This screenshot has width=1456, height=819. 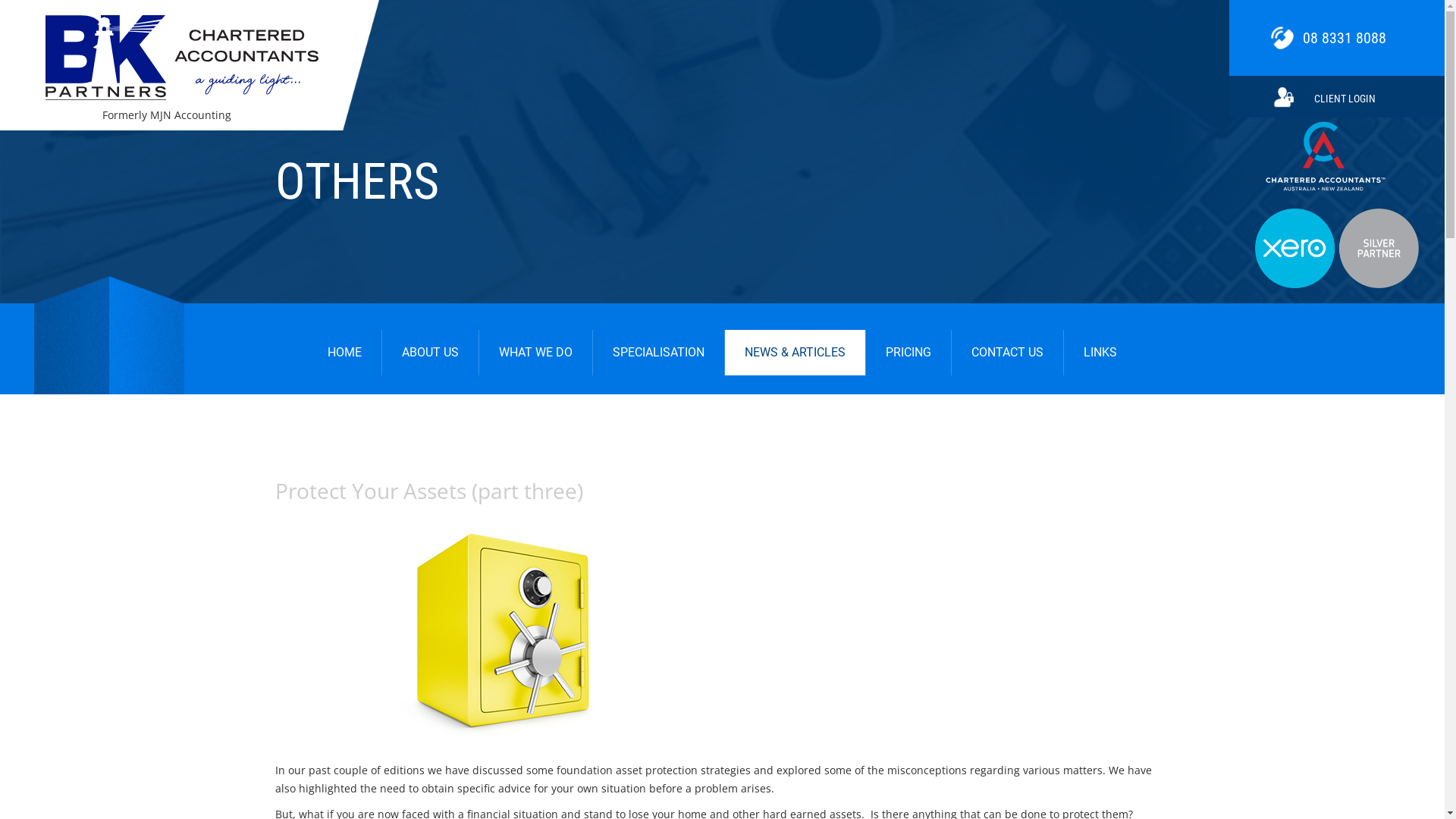 I want to click on 'HOME', so click(x=307, y=353).